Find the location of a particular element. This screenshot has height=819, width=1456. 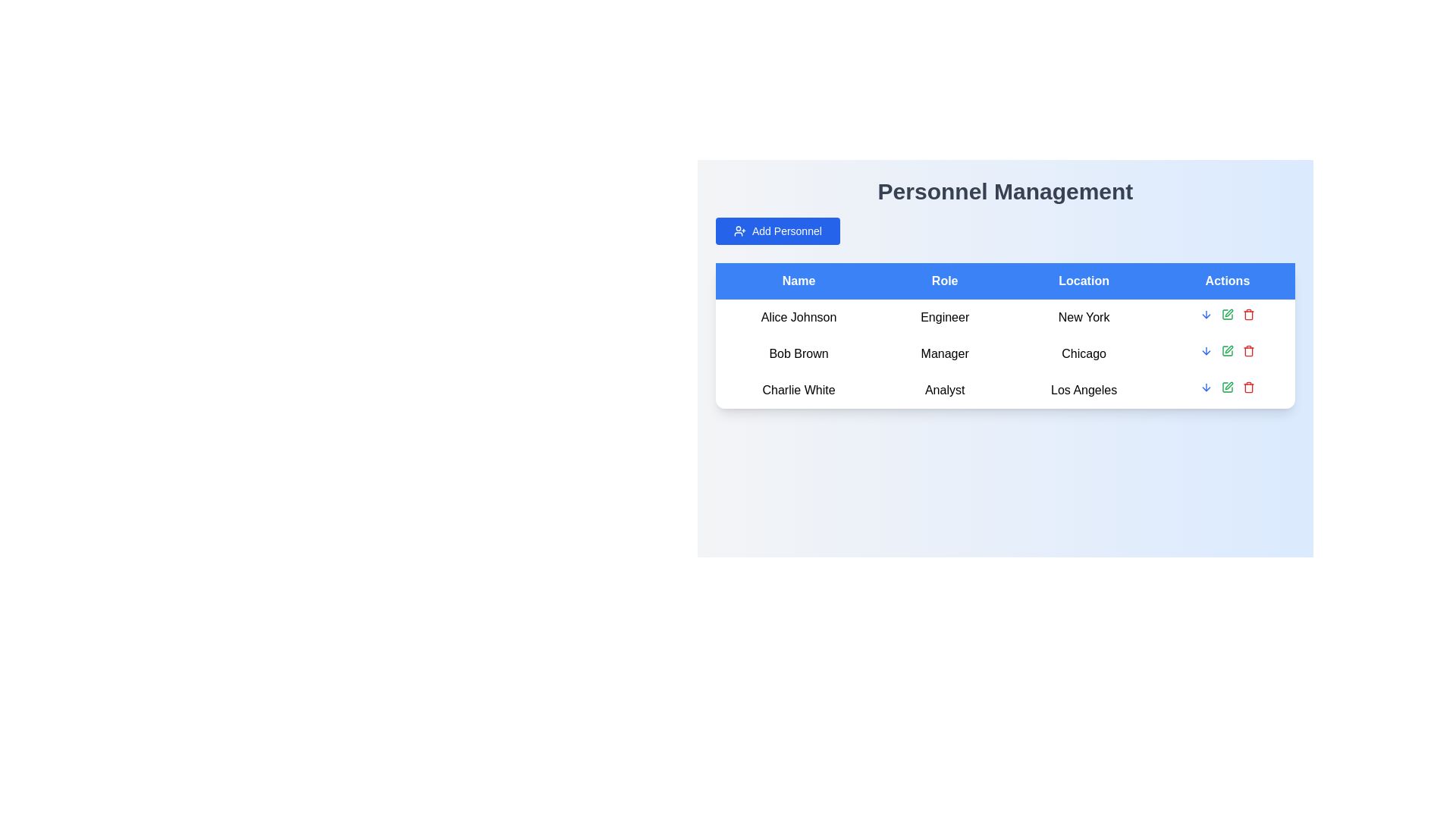

the table cell displaying 'Los Angeles' located in the 'Location' column of the row for 'Charlie White', which is the third cell in that row is located at coordinates (1083, 390).